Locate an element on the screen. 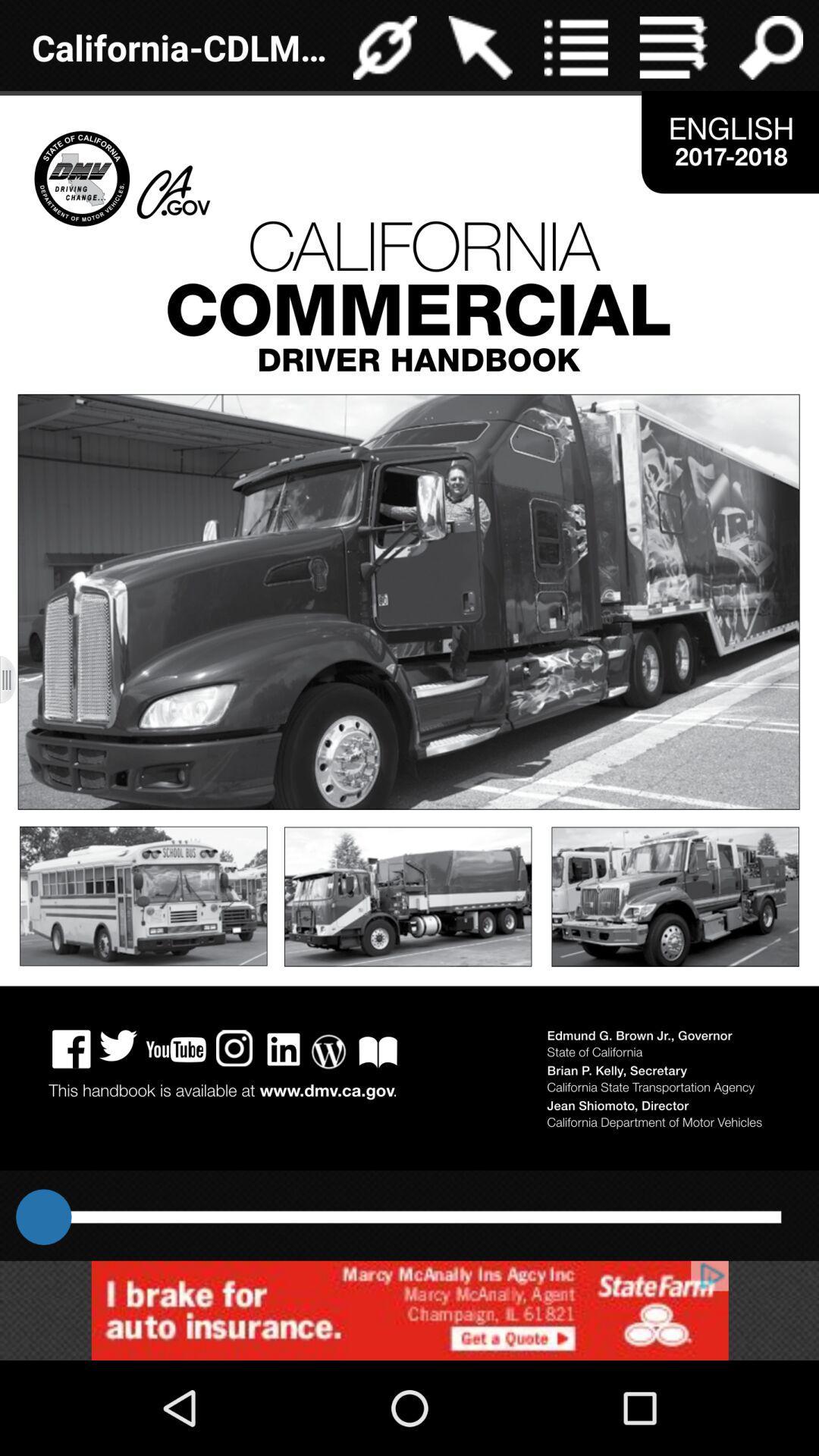 The image size is (819, 1456). the search icon is located at coordinates (771, 51).